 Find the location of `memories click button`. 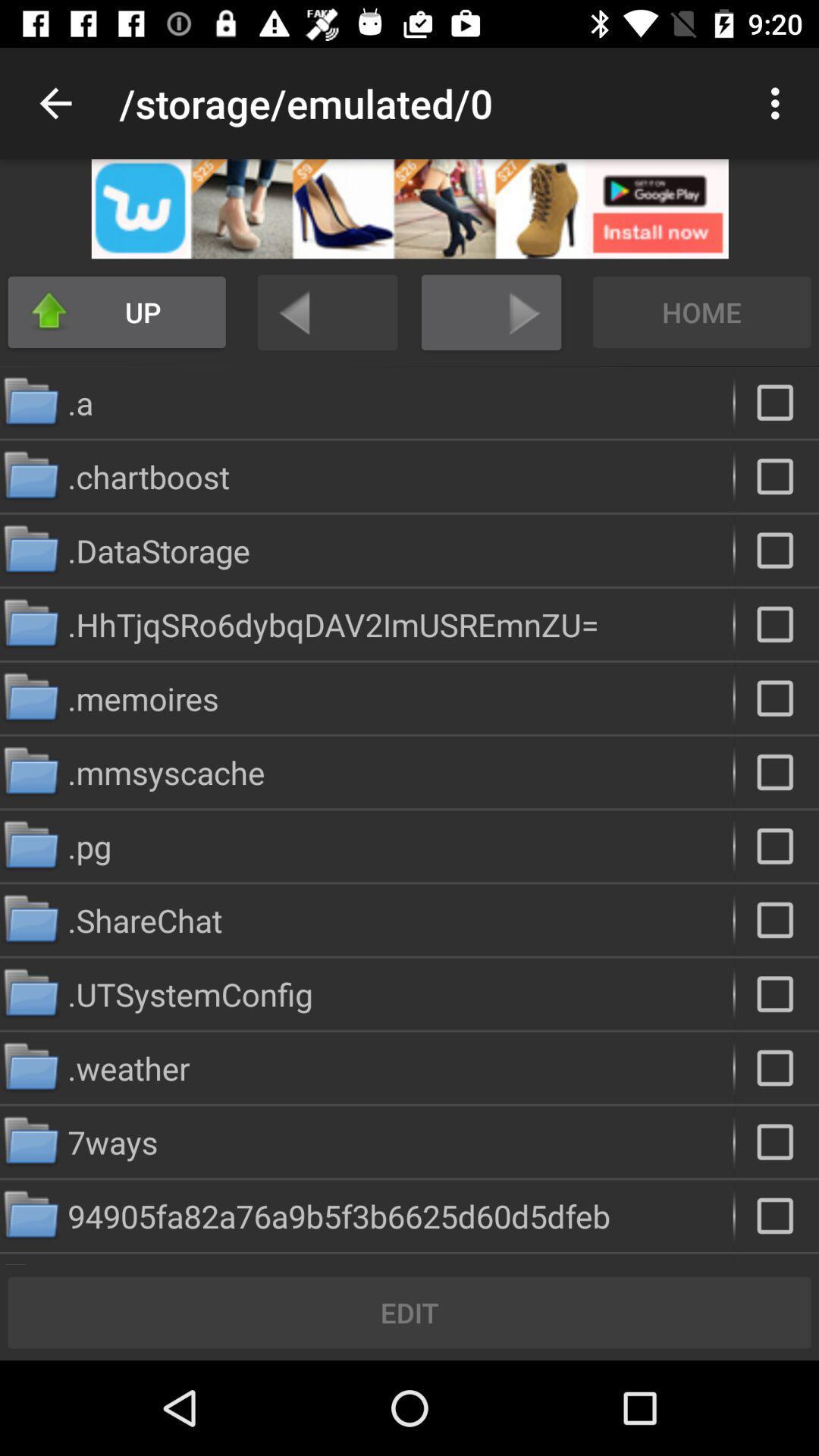

memories click button is located at coordinates (777, 698).